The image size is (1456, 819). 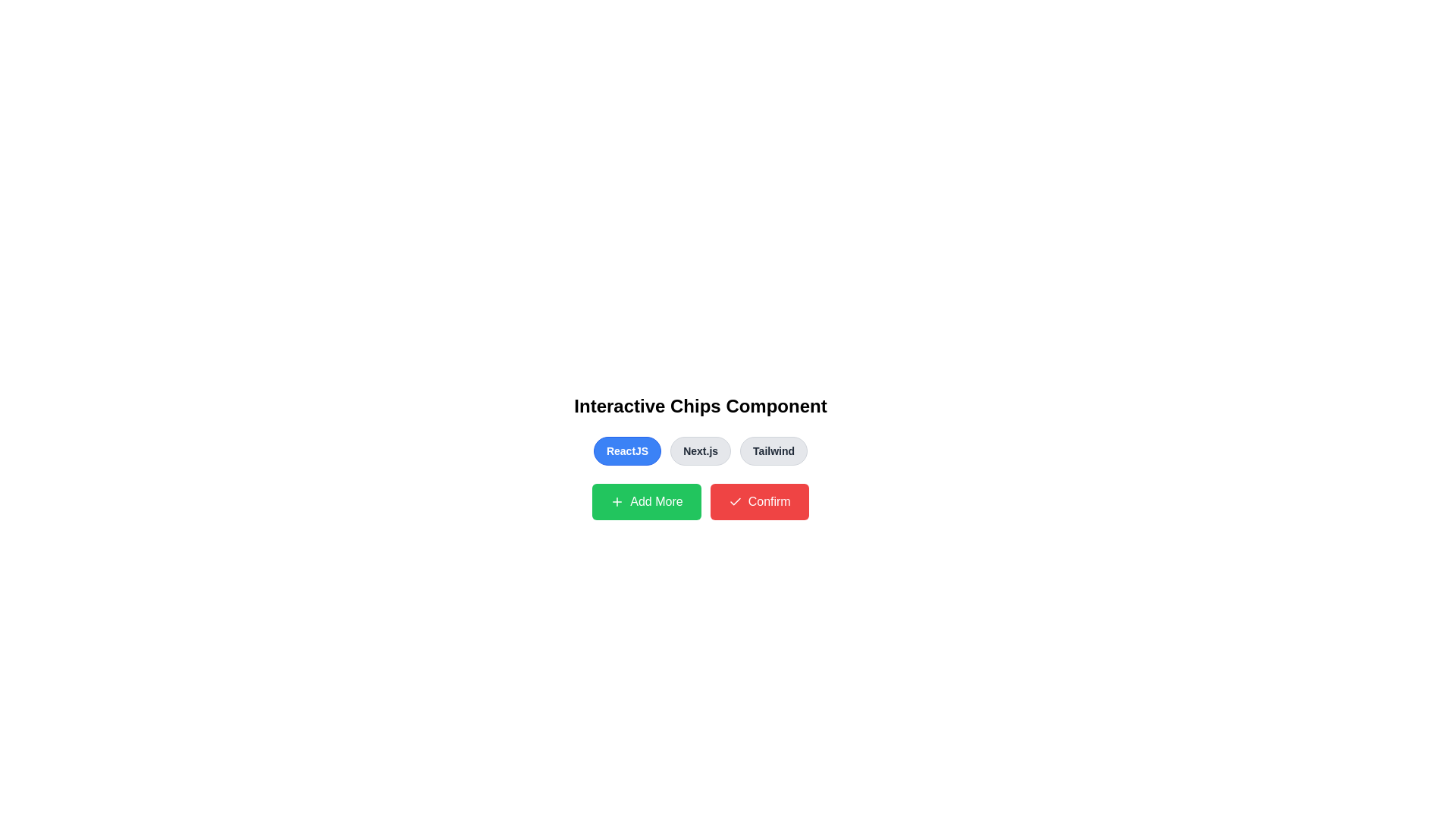 I want to click on the button labeled ReactJS to observe its hover effect, so click(x=627, y=450).